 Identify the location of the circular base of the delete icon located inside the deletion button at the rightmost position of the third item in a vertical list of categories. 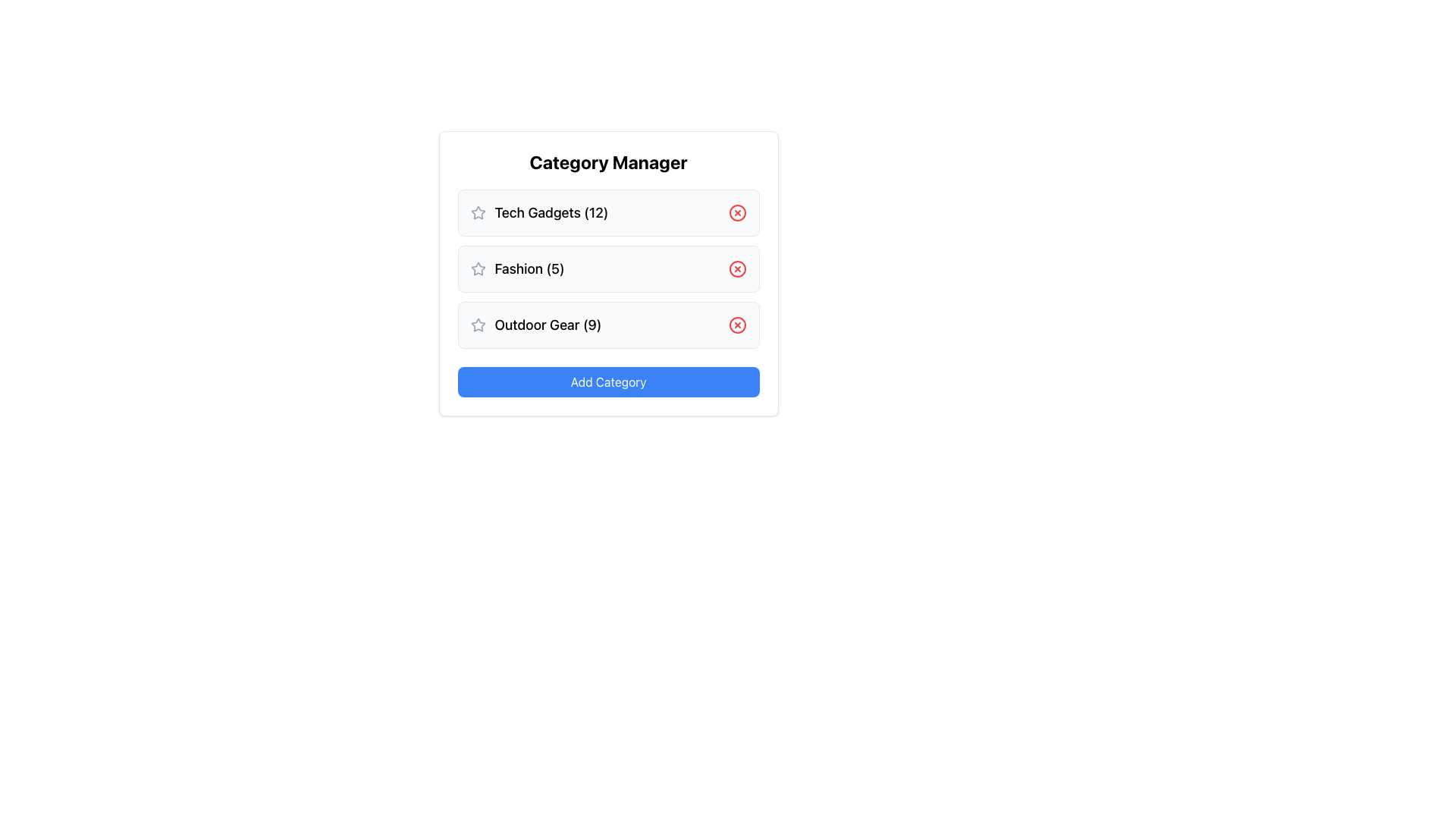
(737, 324).